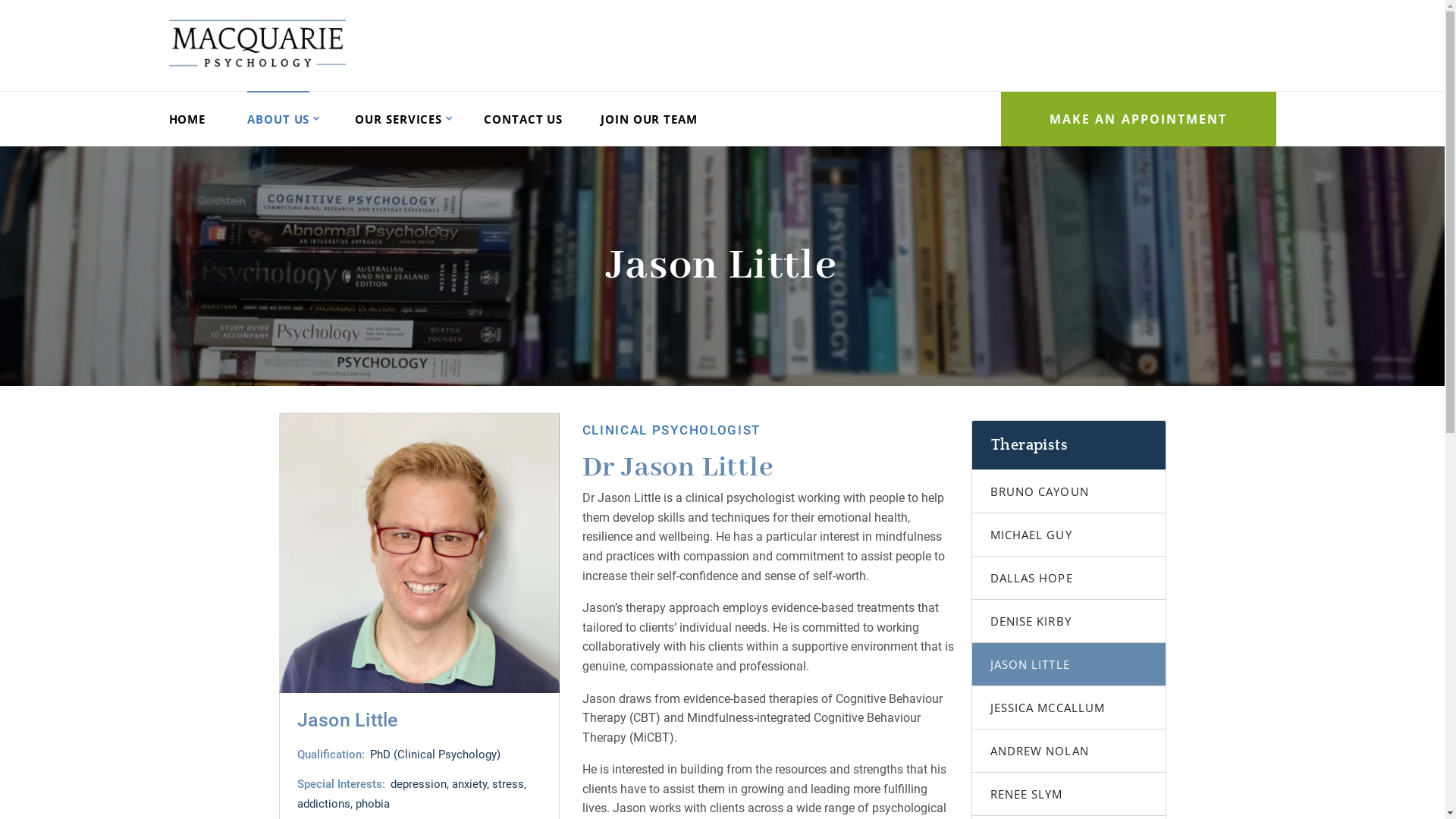 This screenshot has height=819, width=1456. Describe the element at coordinates (1068, 751) in the screenshot. I see `'ANDREW NOLAN'` at that location.